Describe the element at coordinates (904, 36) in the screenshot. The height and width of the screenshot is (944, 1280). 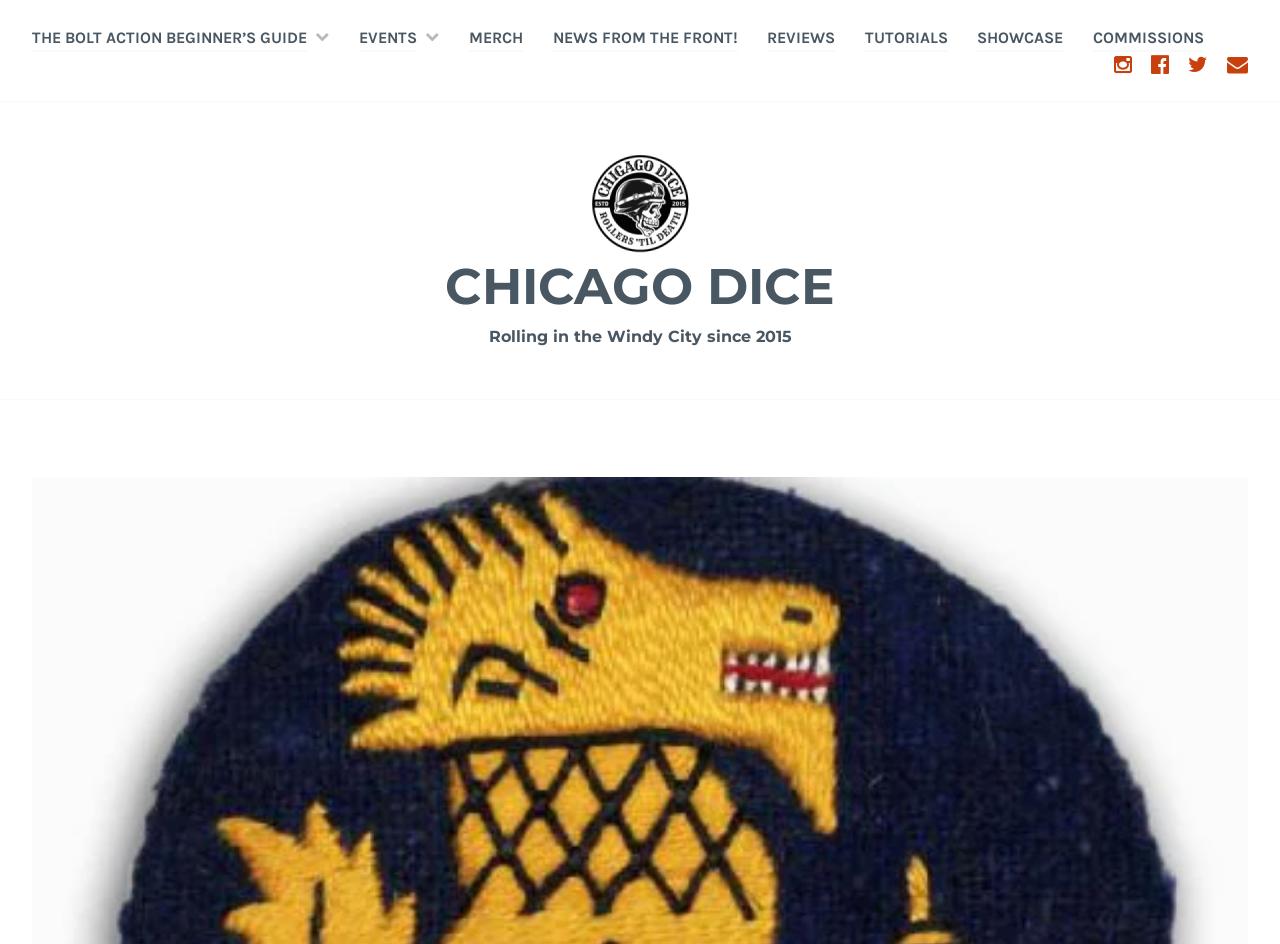
I see `'tutorials'` at that location.